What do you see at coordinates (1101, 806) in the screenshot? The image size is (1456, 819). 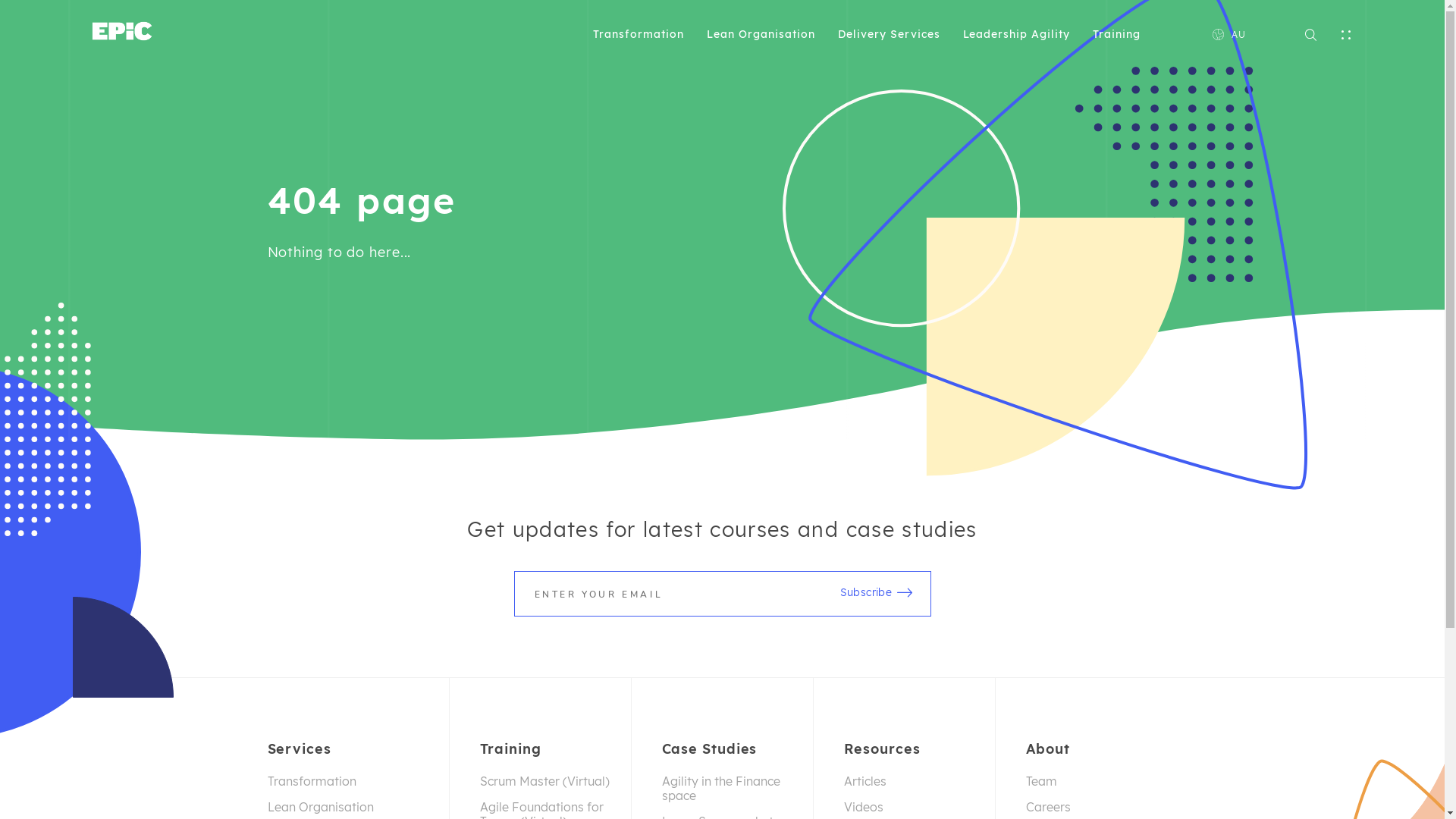 I see `'Careers'` at bounding box center [1101, 806].